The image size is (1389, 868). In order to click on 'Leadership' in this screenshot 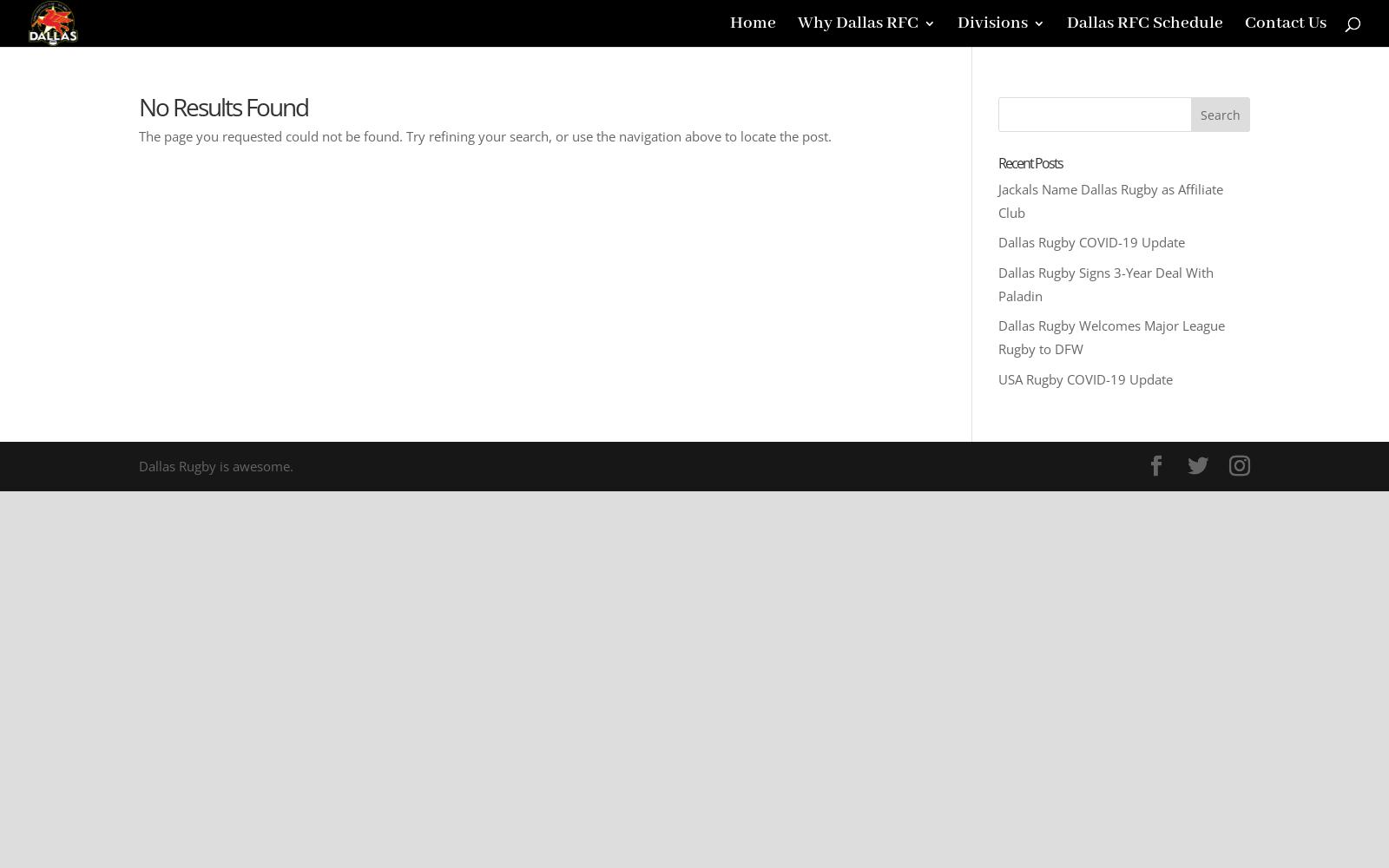, I will do `click(874, 118)`.